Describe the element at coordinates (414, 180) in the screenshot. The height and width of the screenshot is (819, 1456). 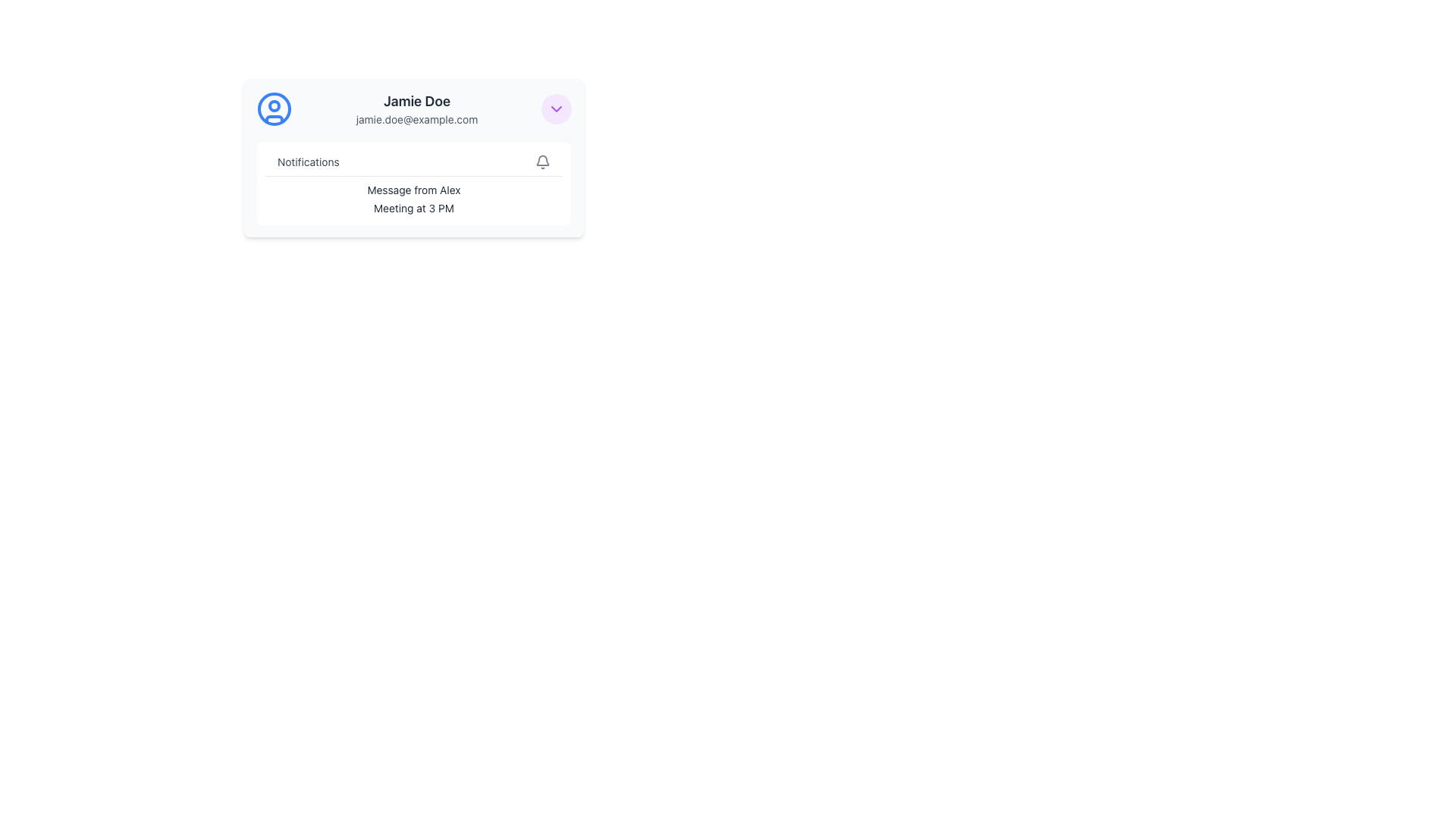
I see `the notification by clicking on the notification card titled 'Notifications', which contains a message from Alex about a meeting at 3 PM` at that location.